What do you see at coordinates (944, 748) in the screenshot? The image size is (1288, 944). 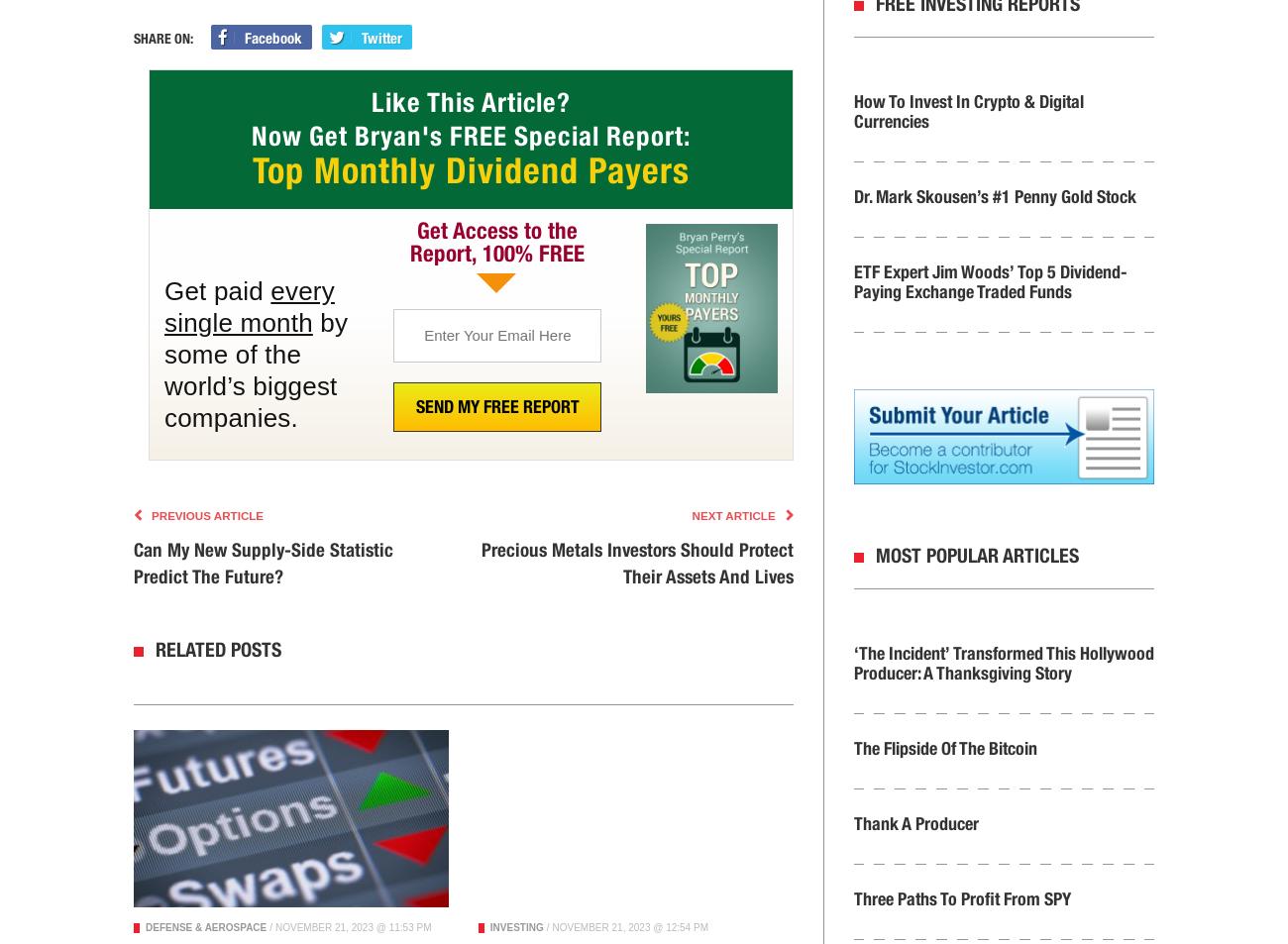 I see `'The Flipside of the Bitcoin'` at bounding box center [944, 748].